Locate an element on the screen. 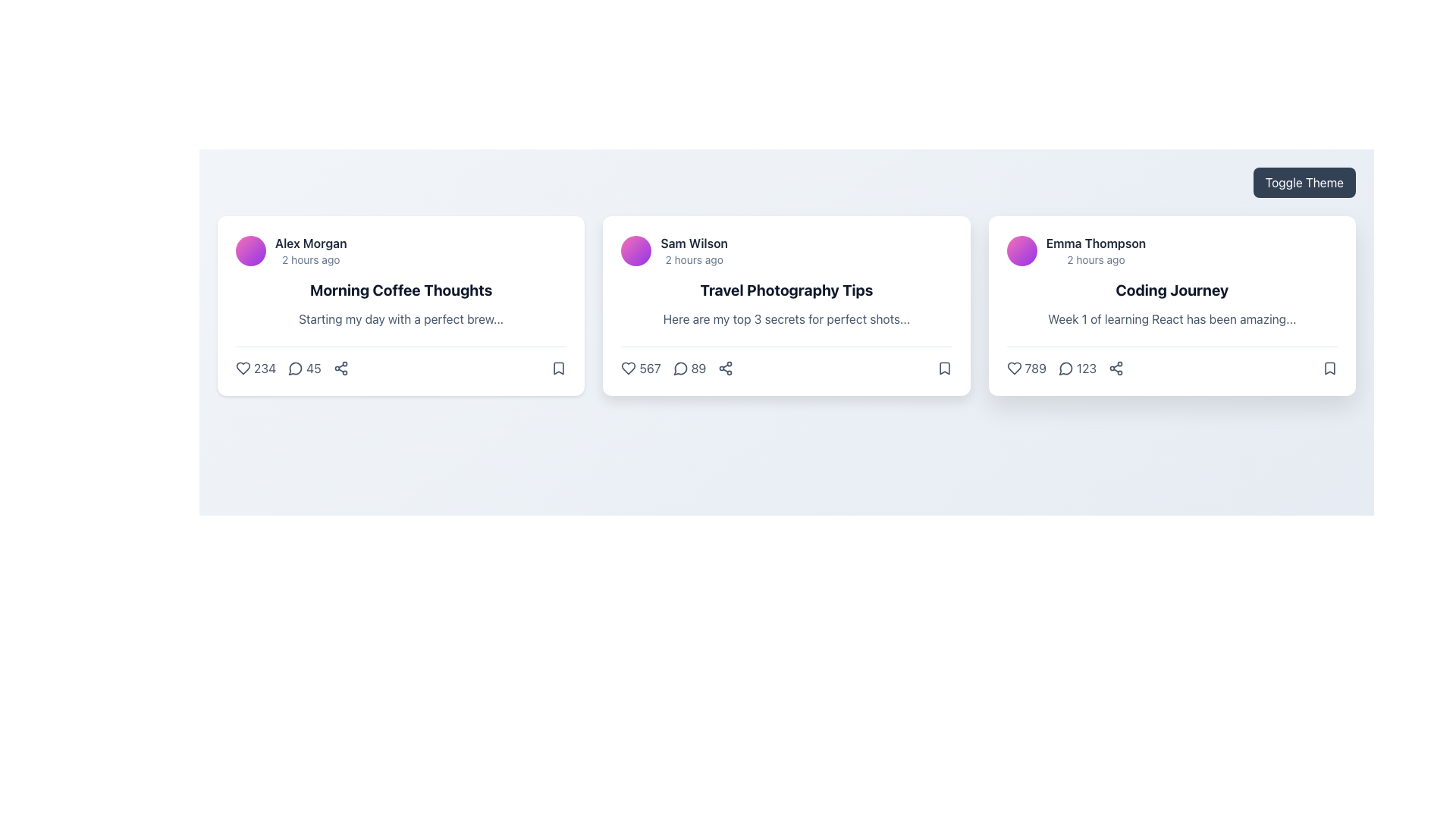 The width and height of the screenshot is (1456, 819). the share icon, which is a minimalistic representation of three connected dots located in the bottom-right corner of the third content card is located at coordinates (1116, 369).